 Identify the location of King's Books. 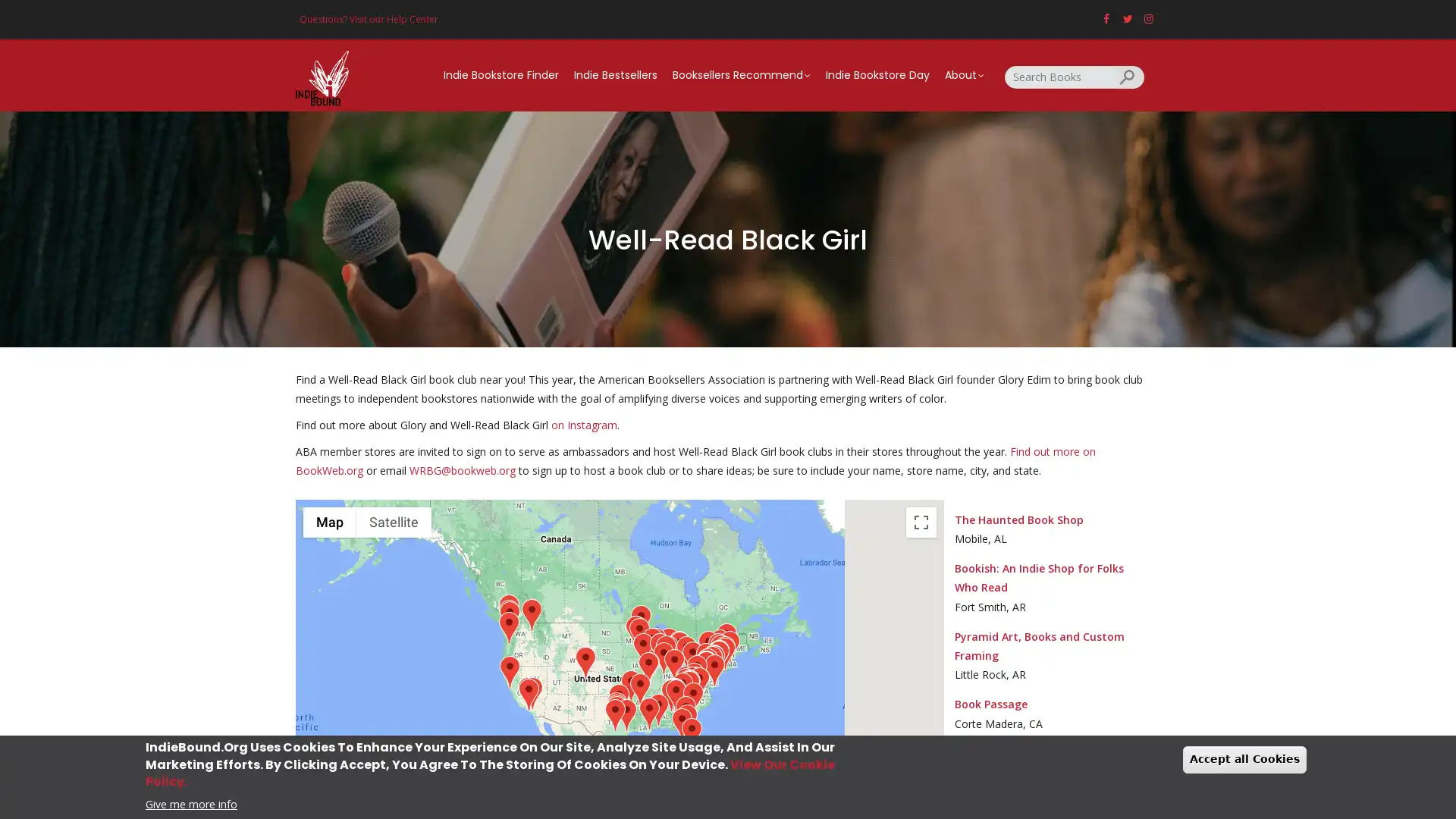
(509, 617).